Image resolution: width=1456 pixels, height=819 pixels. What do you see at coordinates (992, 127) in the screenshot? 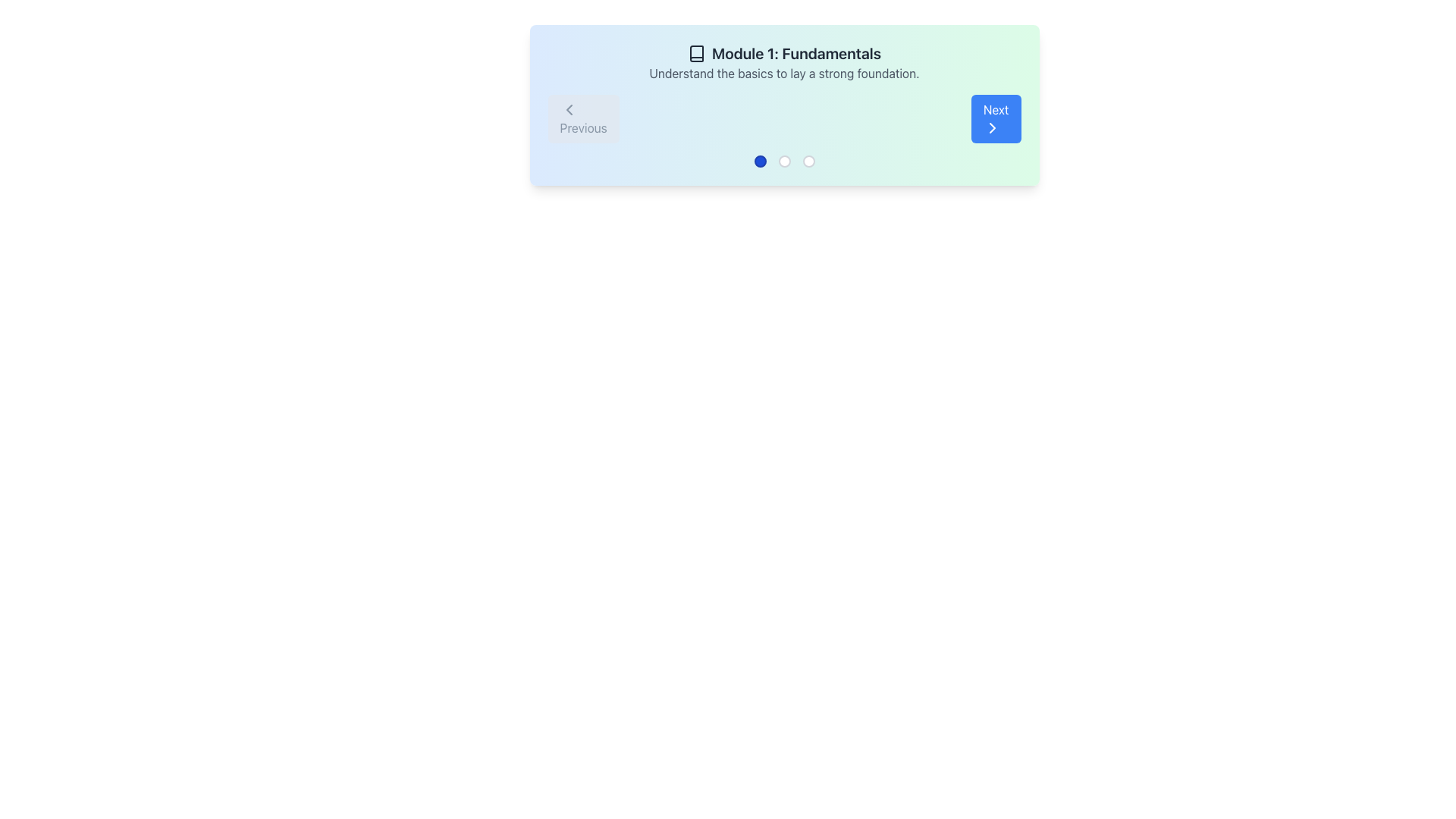
I see `the 'Next' button which features a right-pointing chevron icon on a bold blue background, to proceed to the next module` at bounding box center [992, 127].